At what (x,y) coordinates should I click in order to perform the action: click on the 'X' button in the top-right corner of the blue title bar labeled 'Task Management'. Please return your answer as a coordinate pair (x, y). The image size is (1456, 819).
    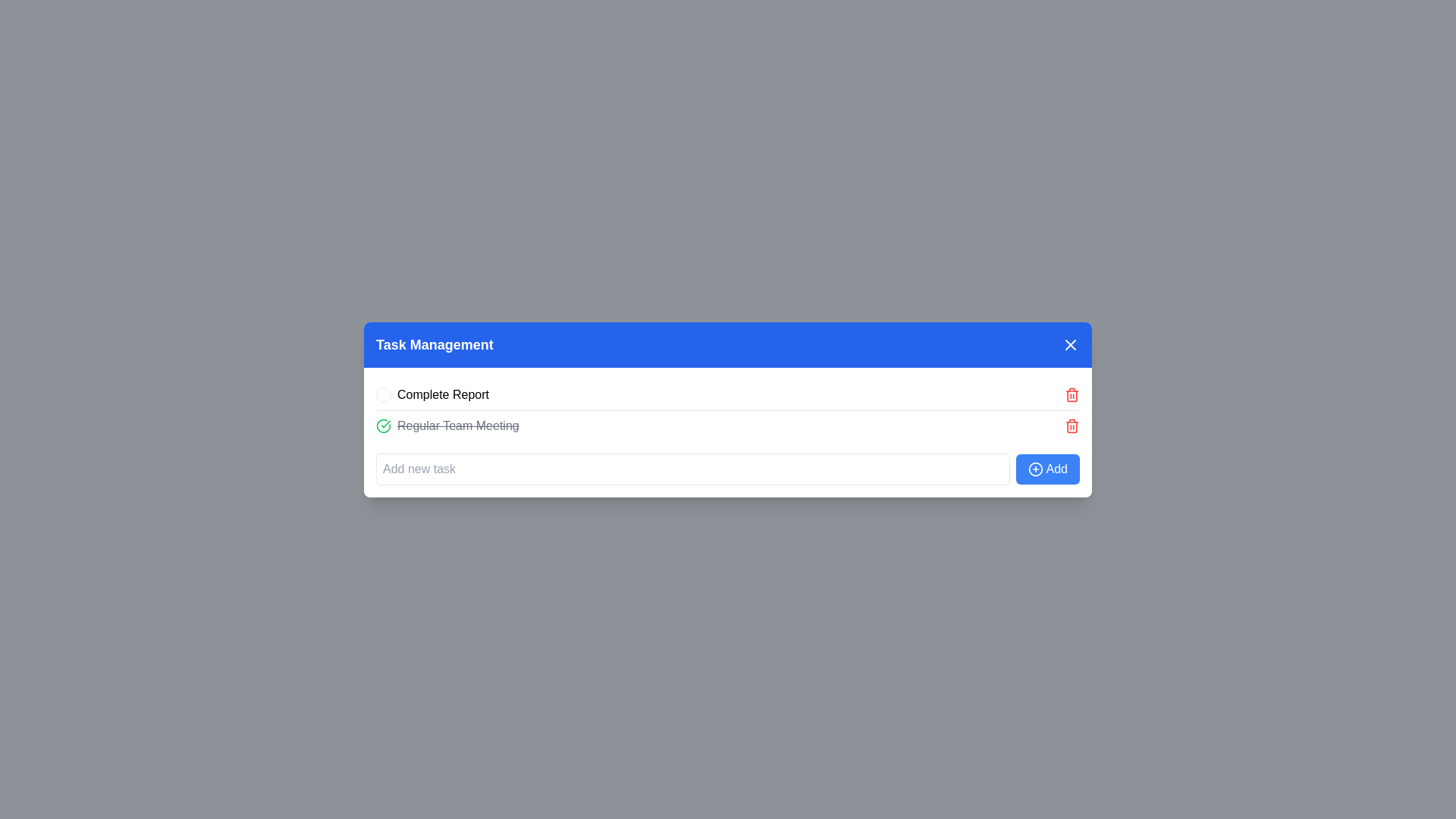
    Looking at the image, I should click on (1069, 344).